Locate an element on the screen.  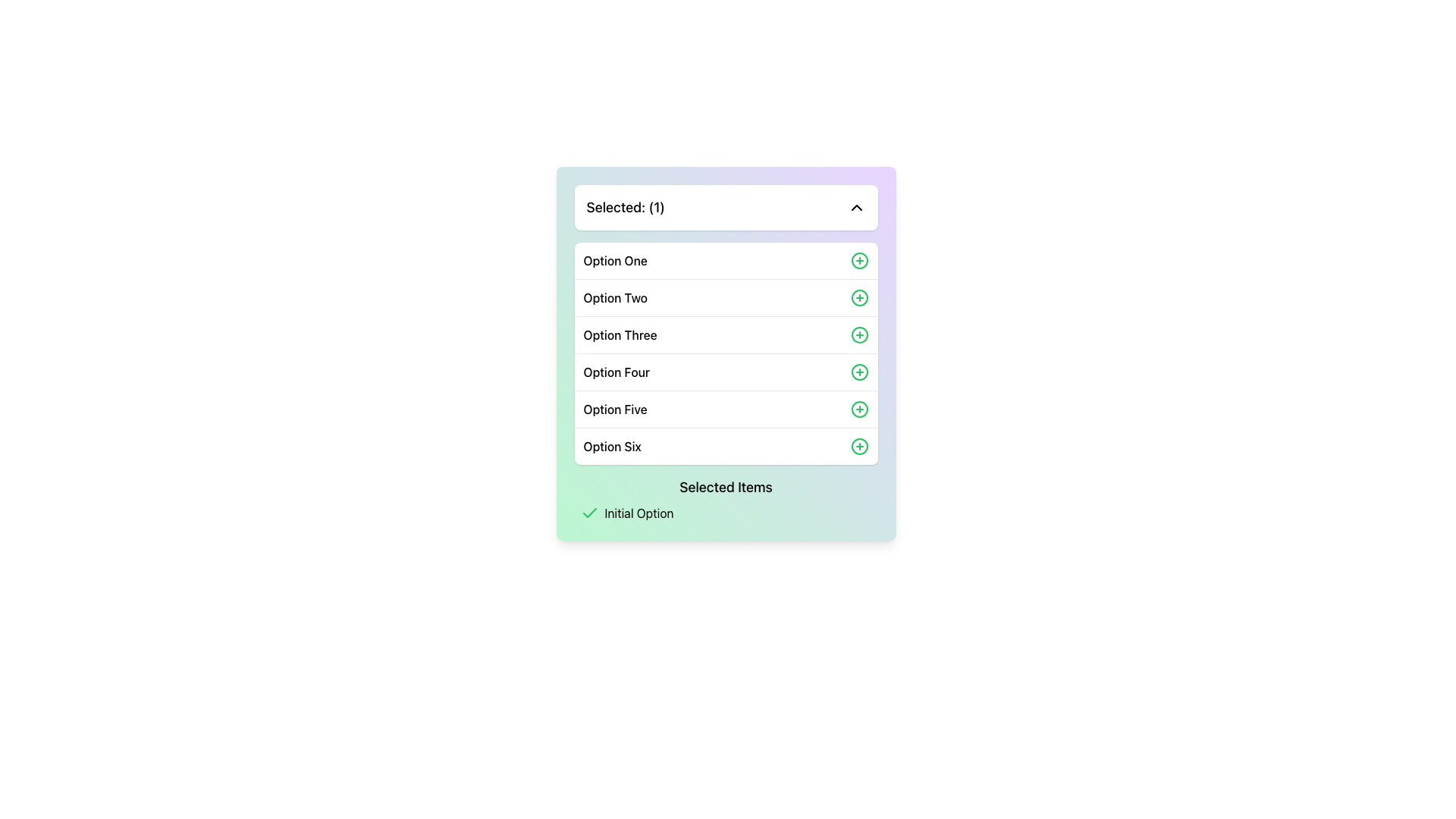
the button used for adding or selecting the 'Option Four' item from the dropdown list is located at coordinates (859, 372).